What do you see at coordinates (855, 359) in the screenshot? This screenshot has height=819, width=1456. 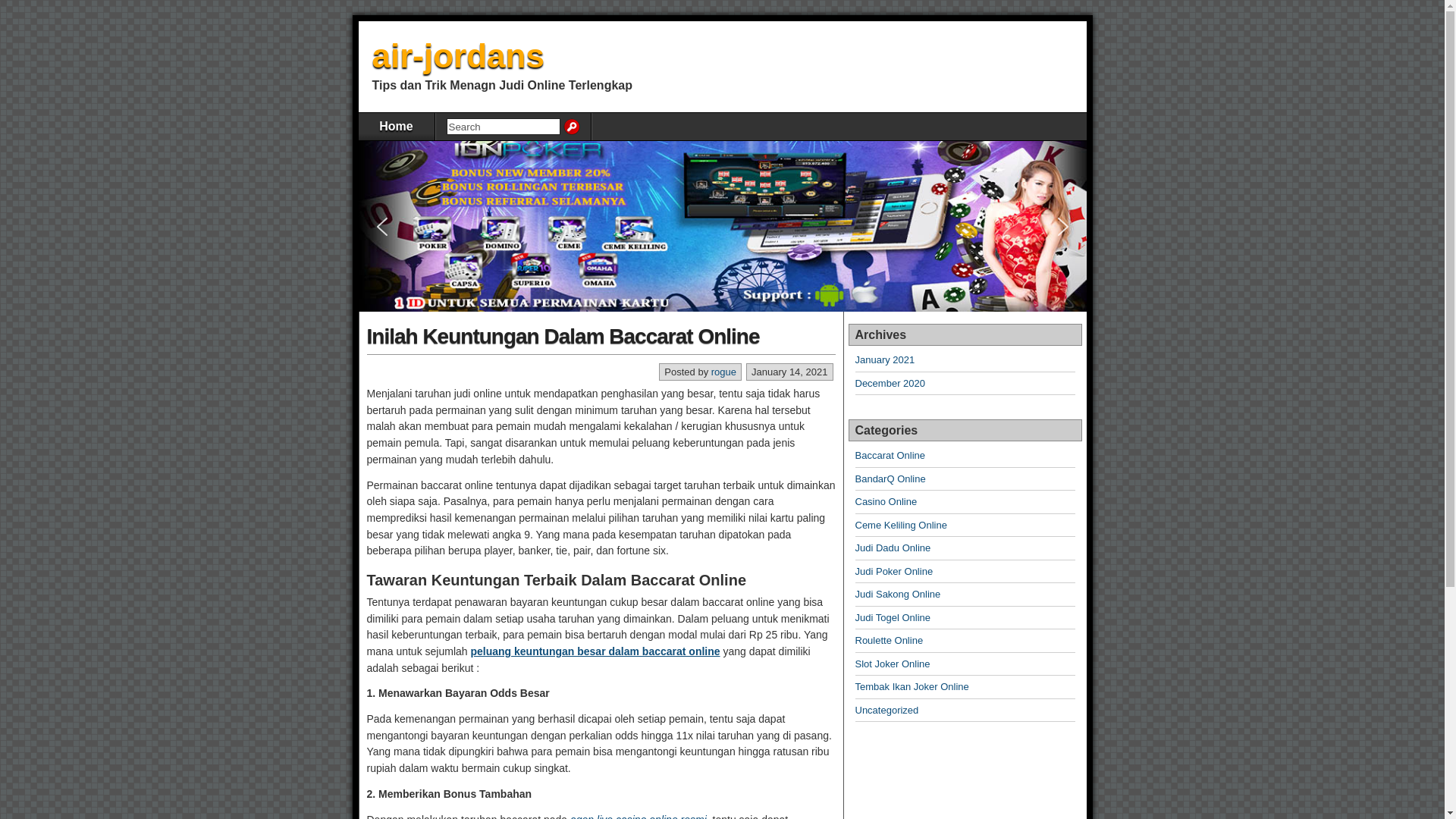 I see `'January 2021'` at bounding box center [855, 359].